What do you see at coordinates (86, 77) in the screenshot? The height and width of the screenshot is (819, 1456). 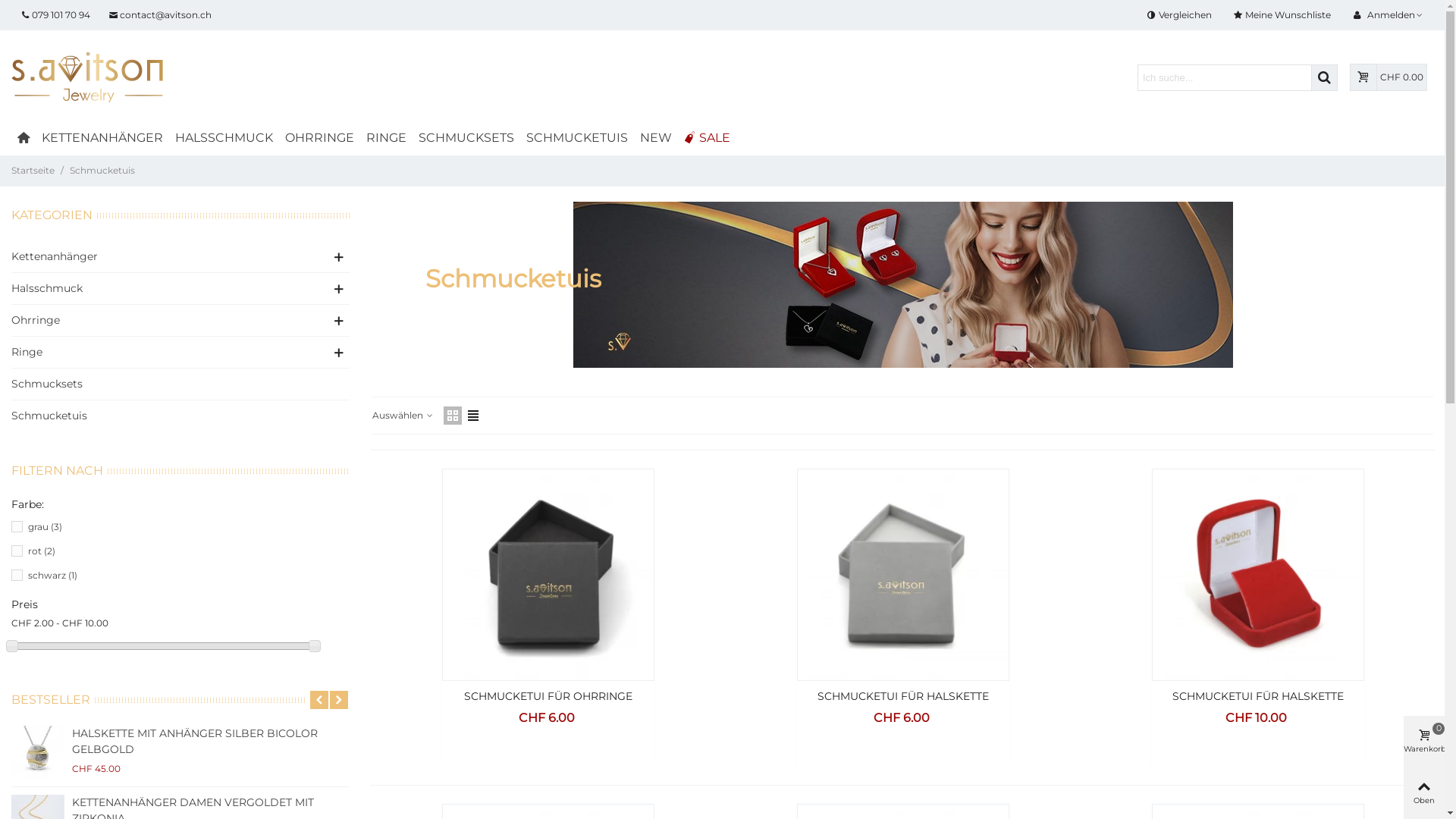 I see `'avitson.ch'` at bounding box center [86, 77].